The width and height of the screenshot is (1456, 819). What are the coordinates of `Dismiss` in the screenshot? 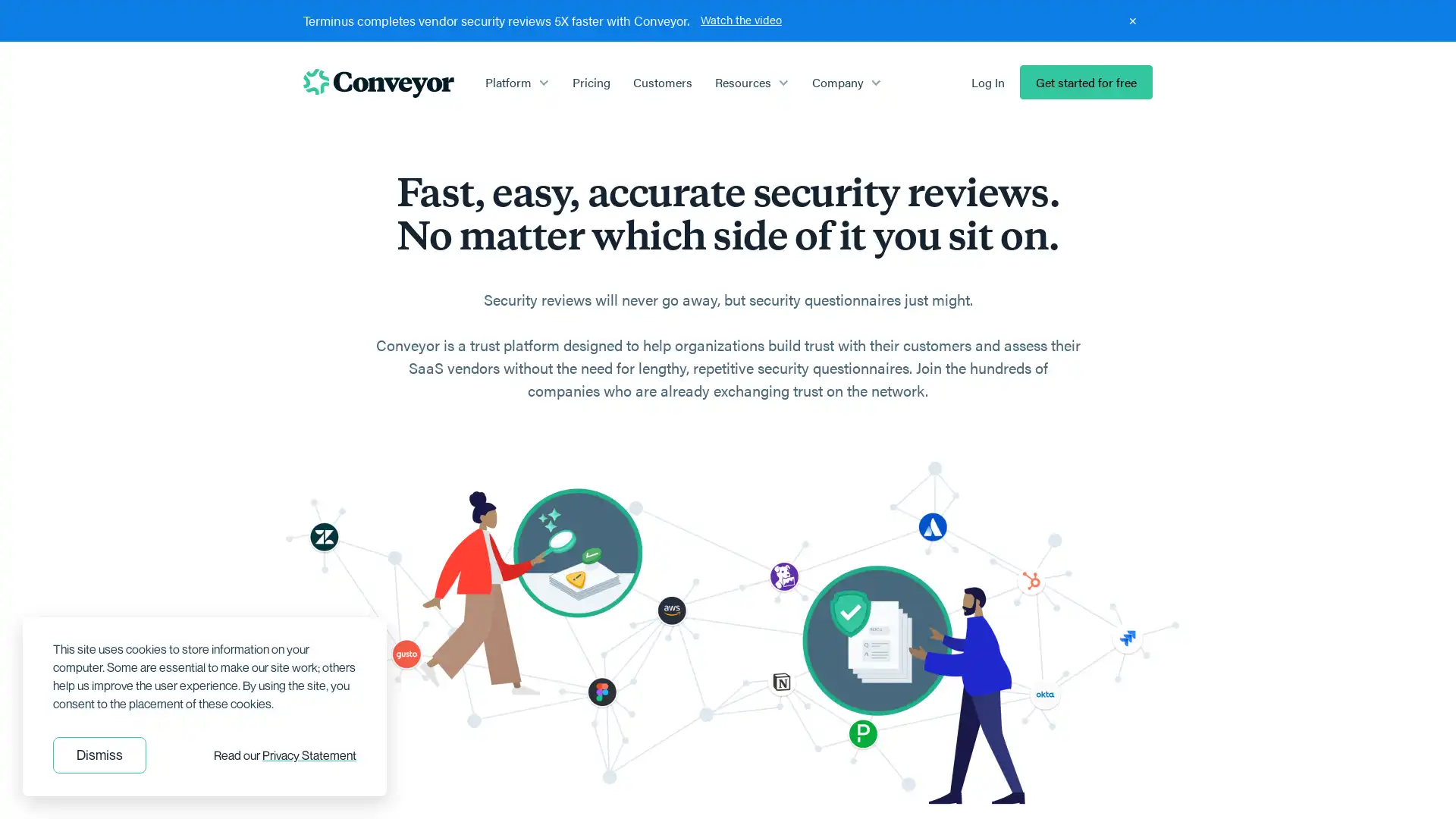 It's located at (99, 755).